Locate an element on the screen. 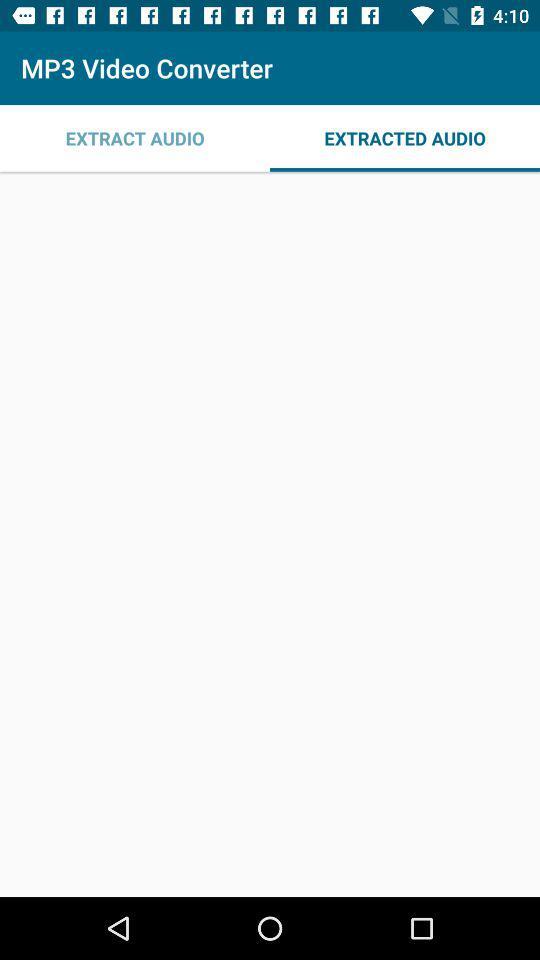 The image size is (540, 960). the app below mp3 video converter is located at coordinates (405, 137).